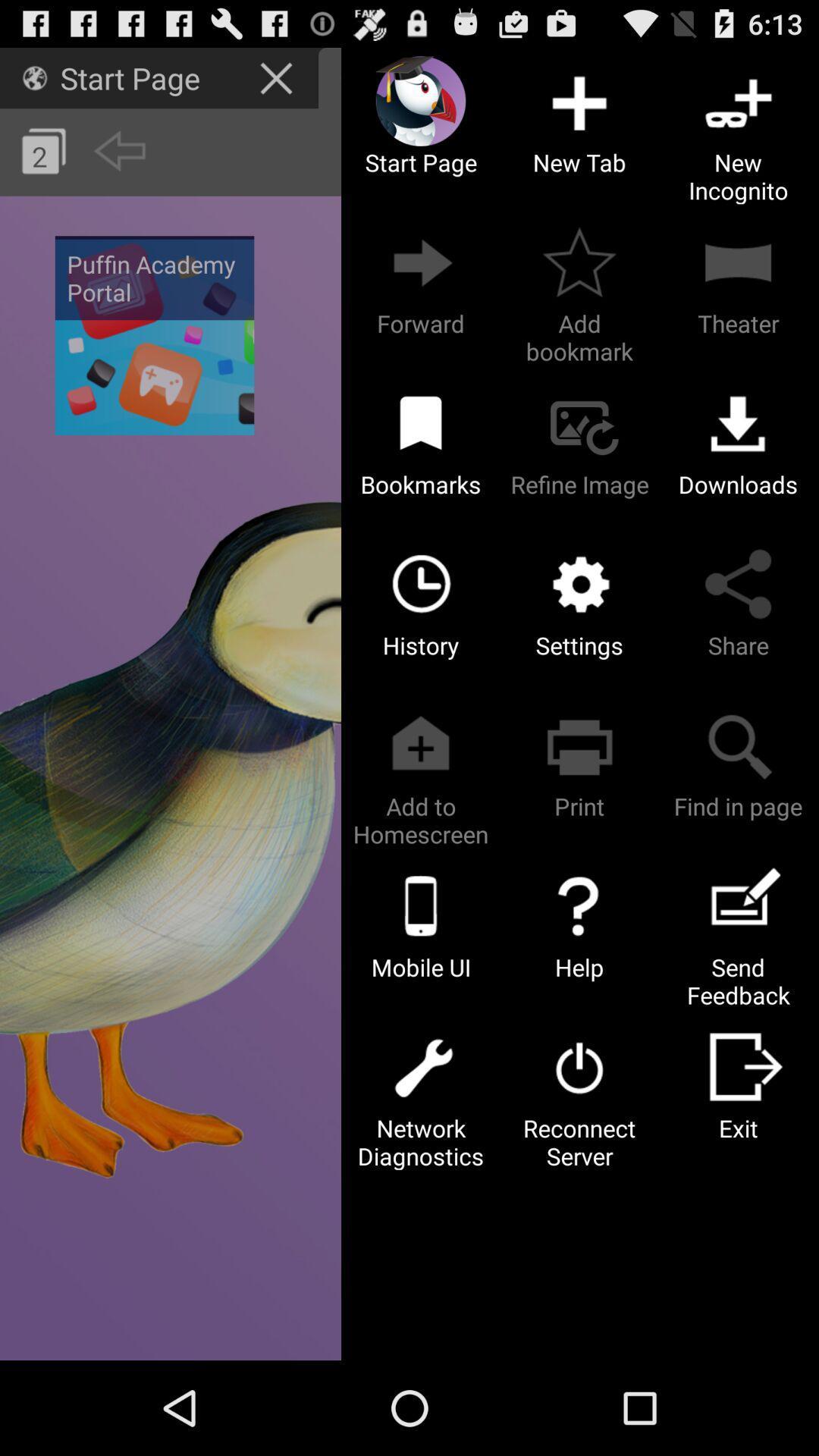  Describe the element at coordinates (579, 100) in the screenshot. I see `the  new tab option` at that location.